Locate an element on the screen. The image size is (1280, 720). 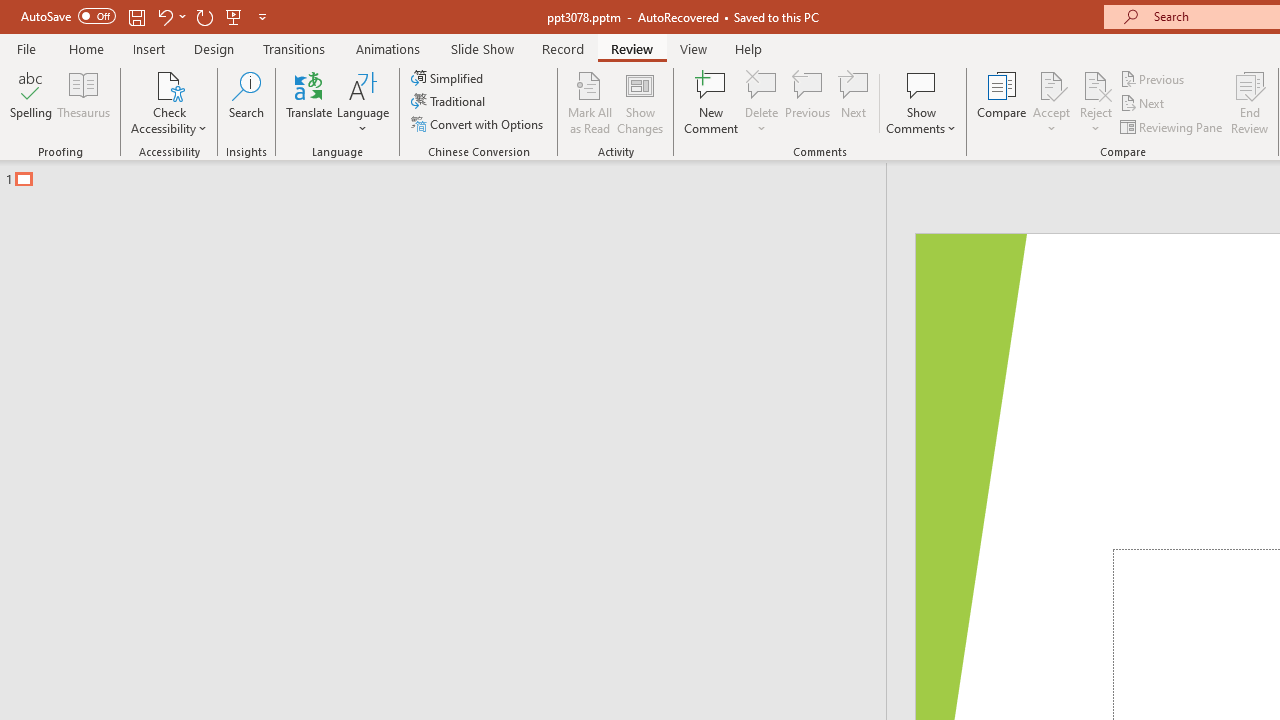
'Reject Change' is located at coordinates (1095, 84).